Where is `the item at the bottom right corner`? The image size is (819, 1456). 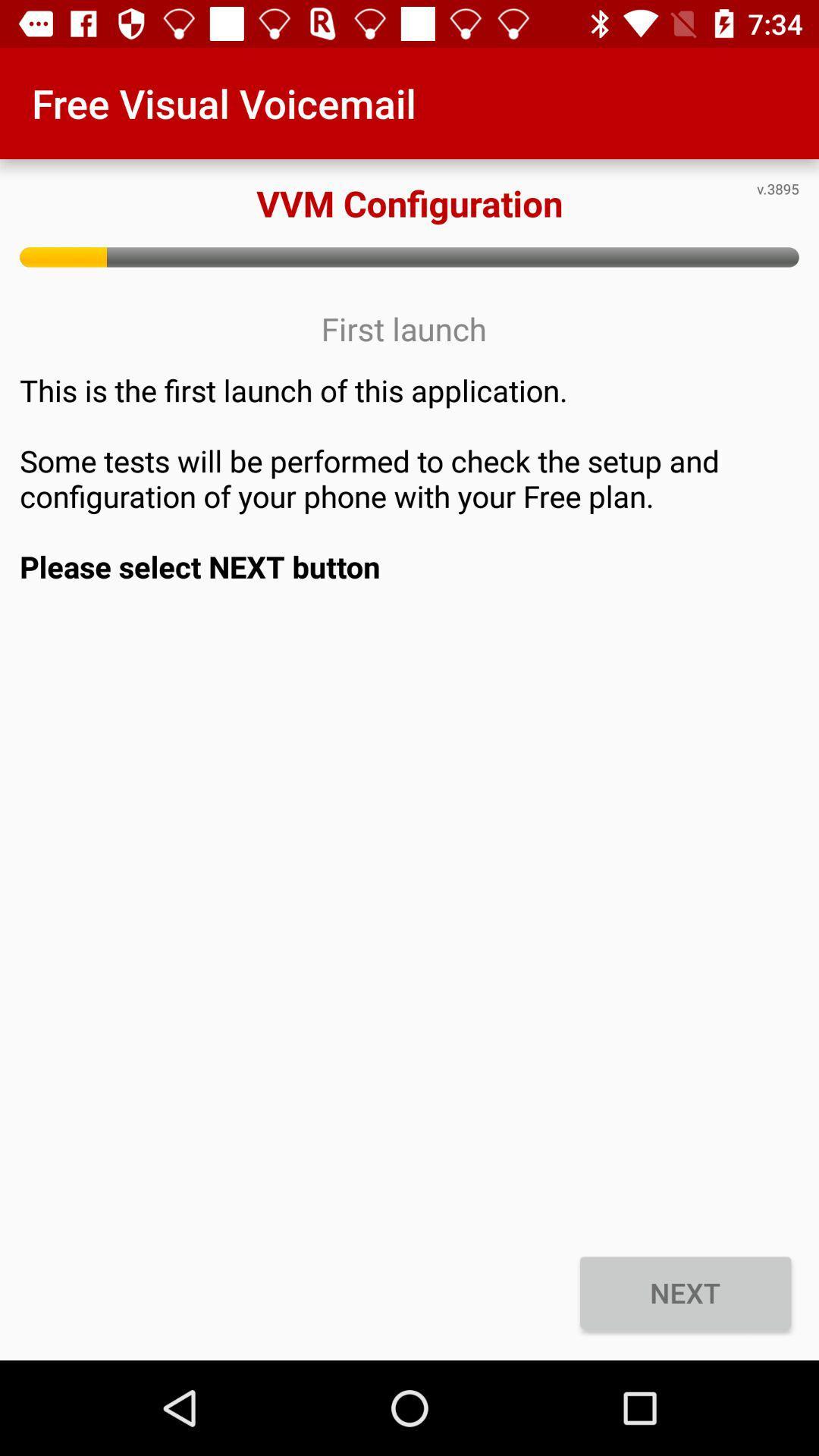
the item at the bottom right corner is located at coordinates (686, 1291).